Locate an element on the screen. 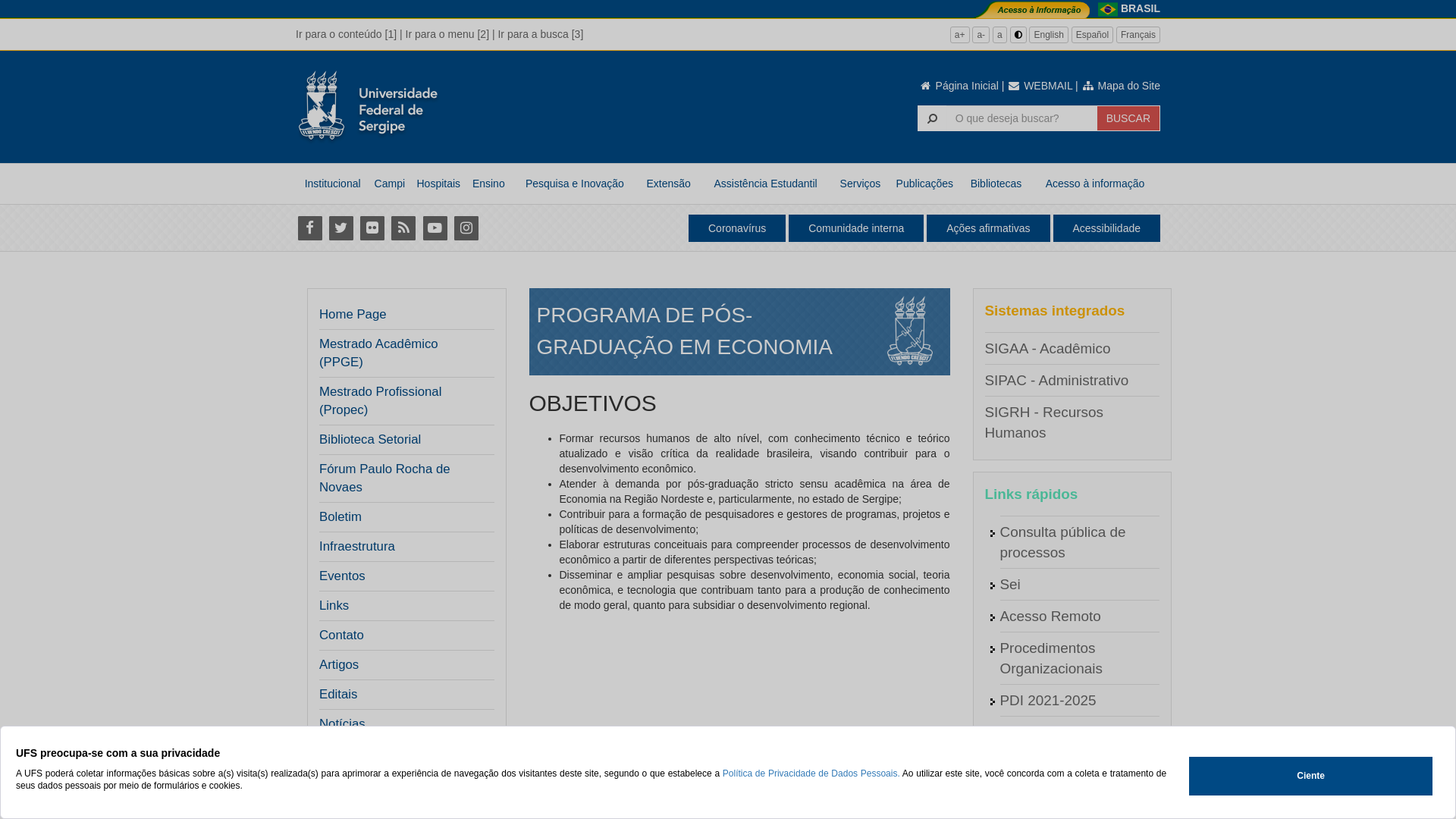 The width and height of the screenshot is (1456, 819). 'Boletim' is located at coordinates (340, 516).